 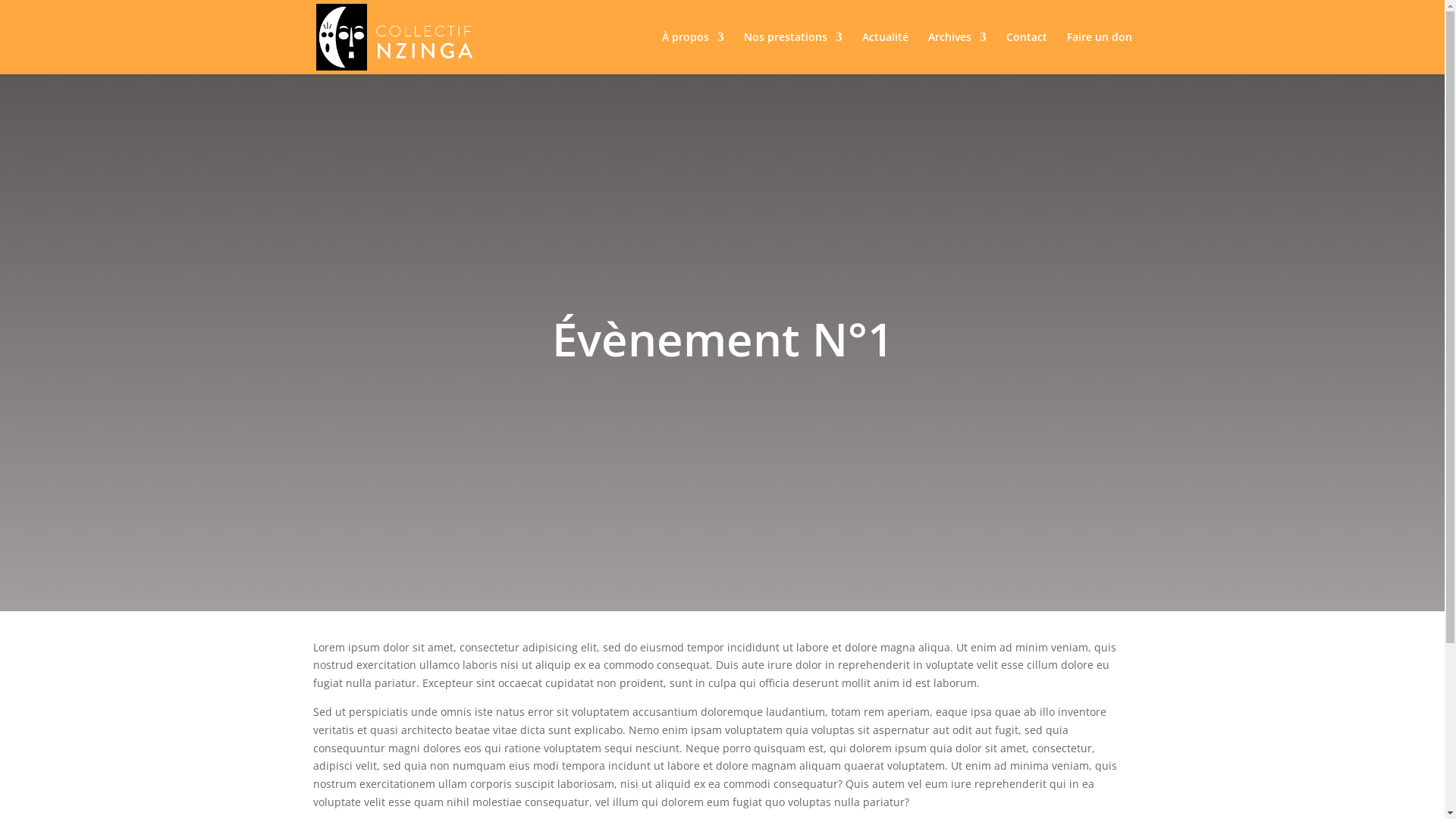 I want to click on 'Contact', so click(x=1026, y=52).